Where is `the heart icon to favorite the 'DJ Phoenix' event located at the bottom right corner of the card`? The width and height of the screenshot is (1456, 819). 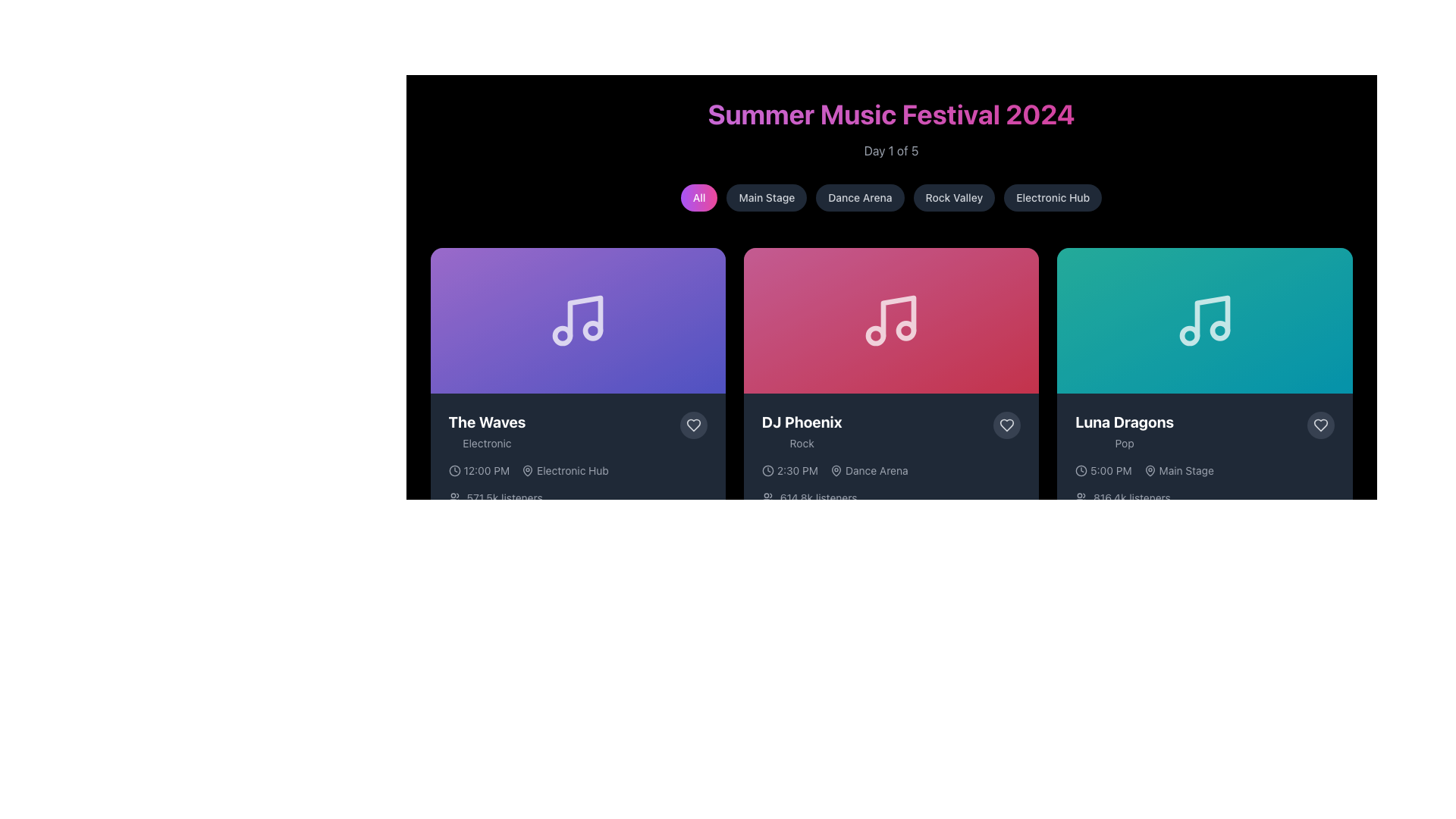
the heart icon to favorite the 'DJ Phoenix' event located at the bottom right corner of the card is located at coordinates (1007, 425).